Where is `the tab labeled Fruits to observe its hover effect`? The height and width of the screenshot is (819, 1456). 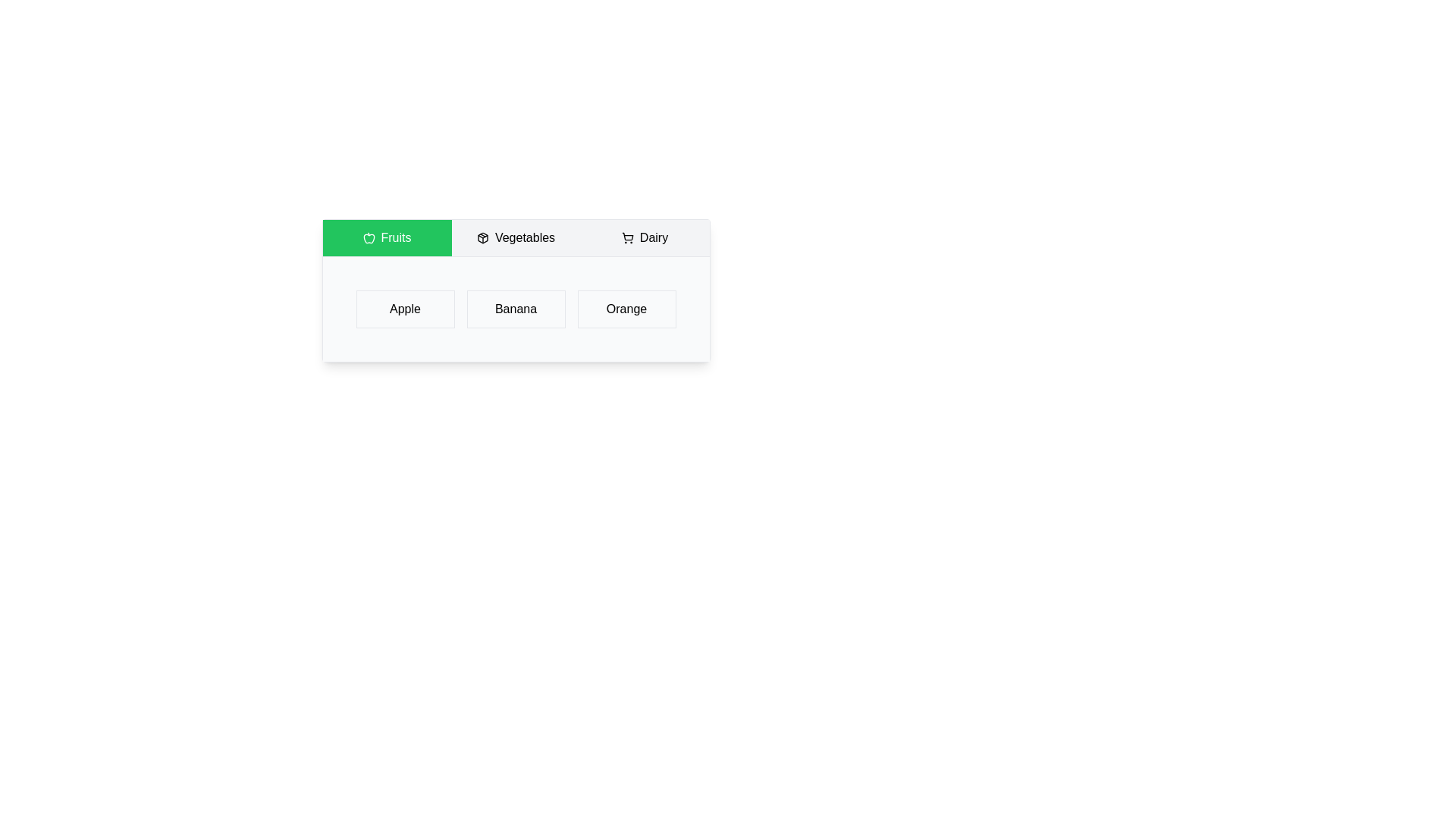 the tab labeled Fruits to observe its hover effect is located at coordinates (387, 237).